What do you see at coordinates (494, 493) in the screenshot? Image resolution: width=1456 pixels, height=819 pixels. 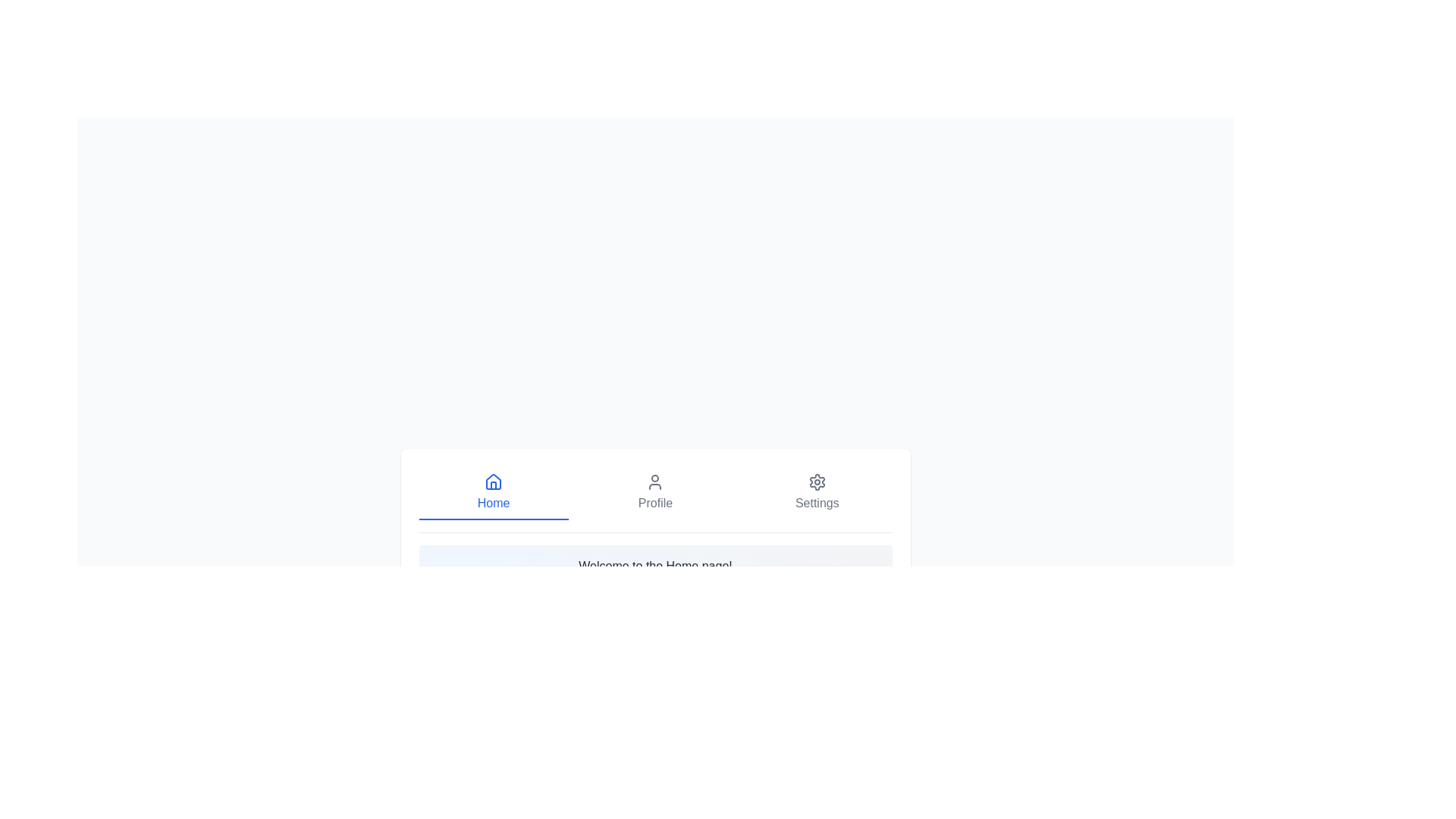 I see `the Home tab by clicking its button` at bounding box center [494, 493].